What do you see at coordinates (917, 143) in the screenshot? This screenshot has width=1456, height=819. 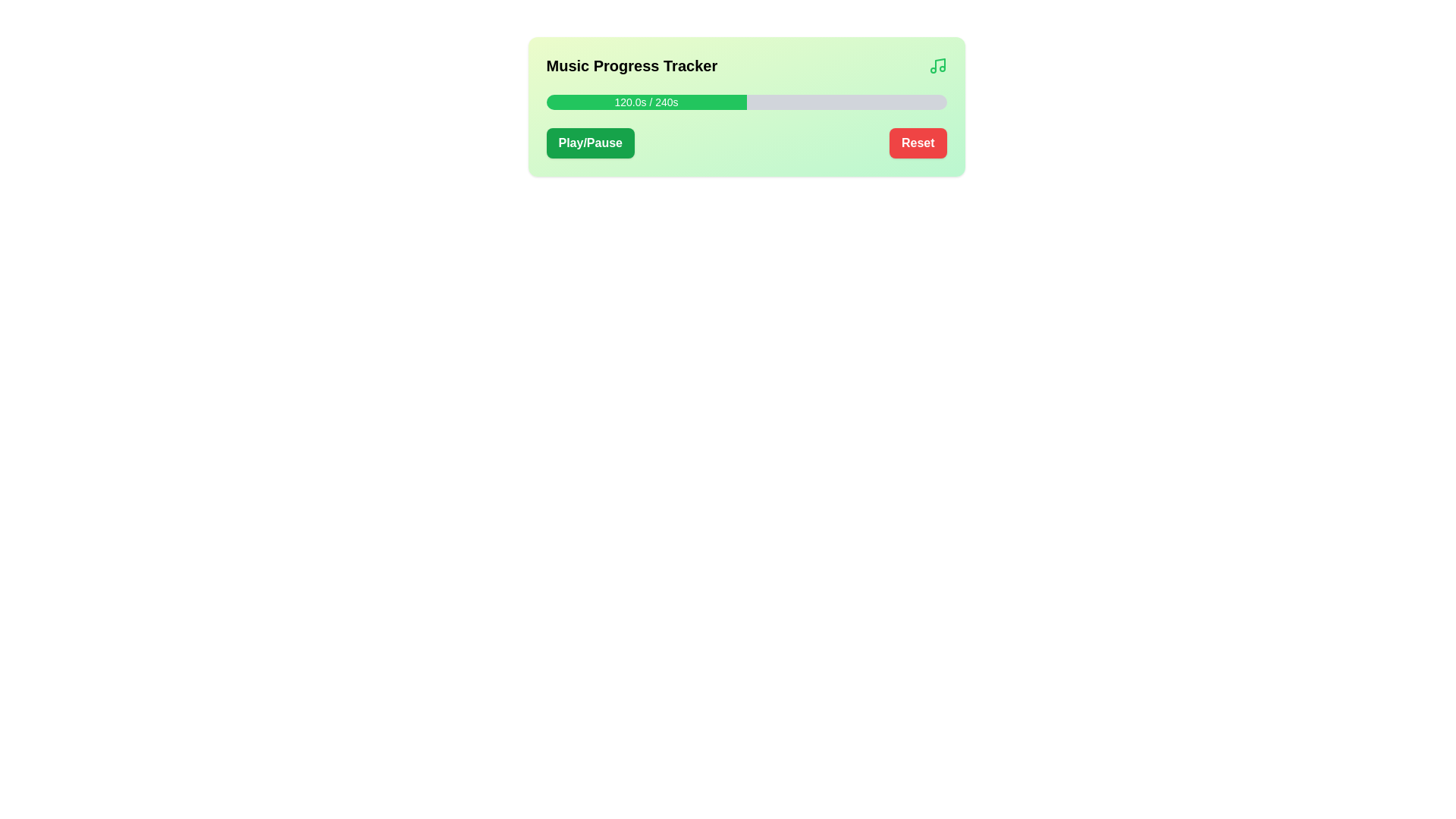 I see `the reset button of the 'Music Progress Tracker', located on the right side of the control section` at bounding box center [917, 143].